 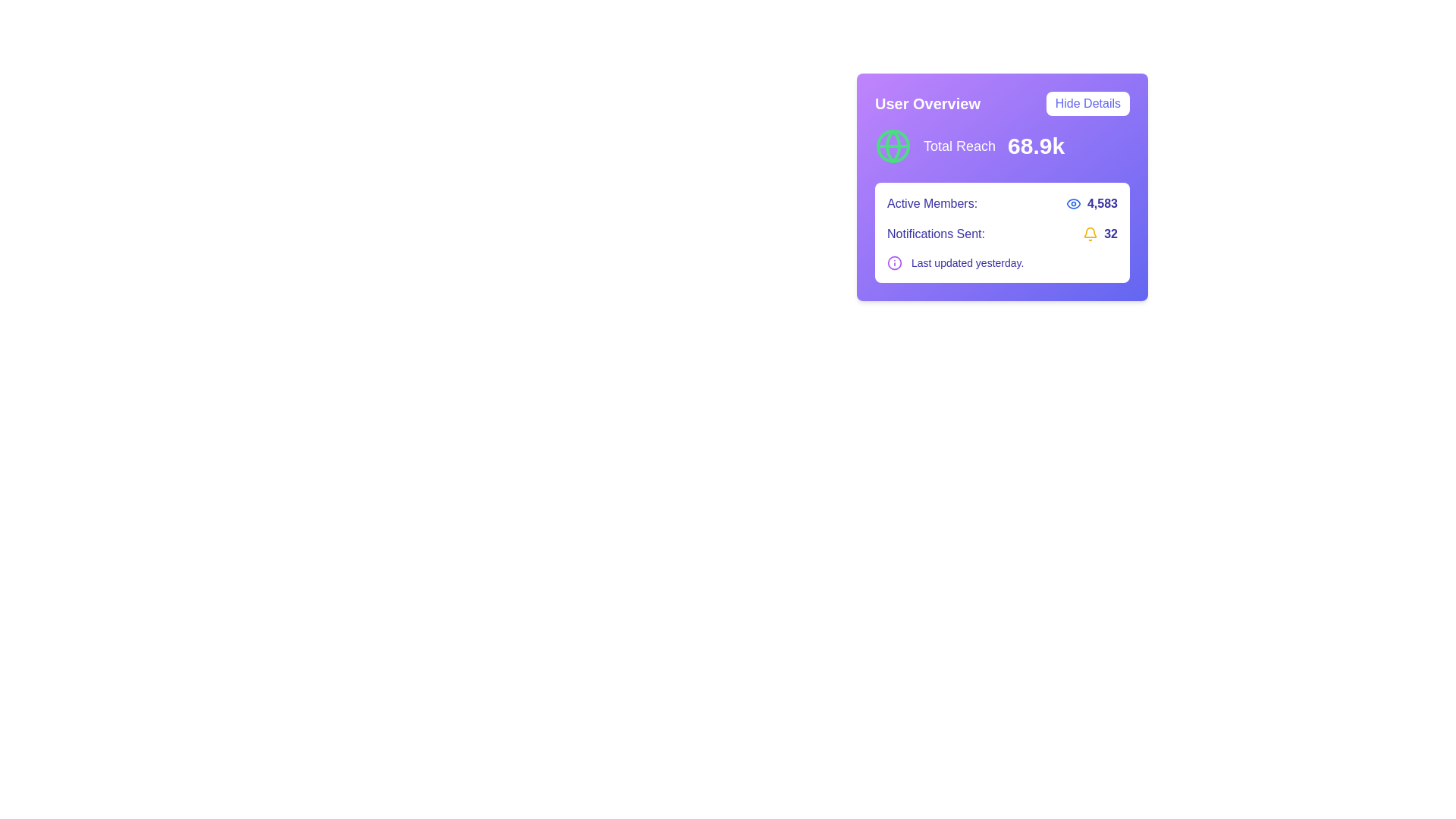 I want to click on the label that provides a description for the adjacent total reach value '68.9k', located centrally in the 'User Overview' panel, second from the left among its siblings, so click(x=959, y=146).